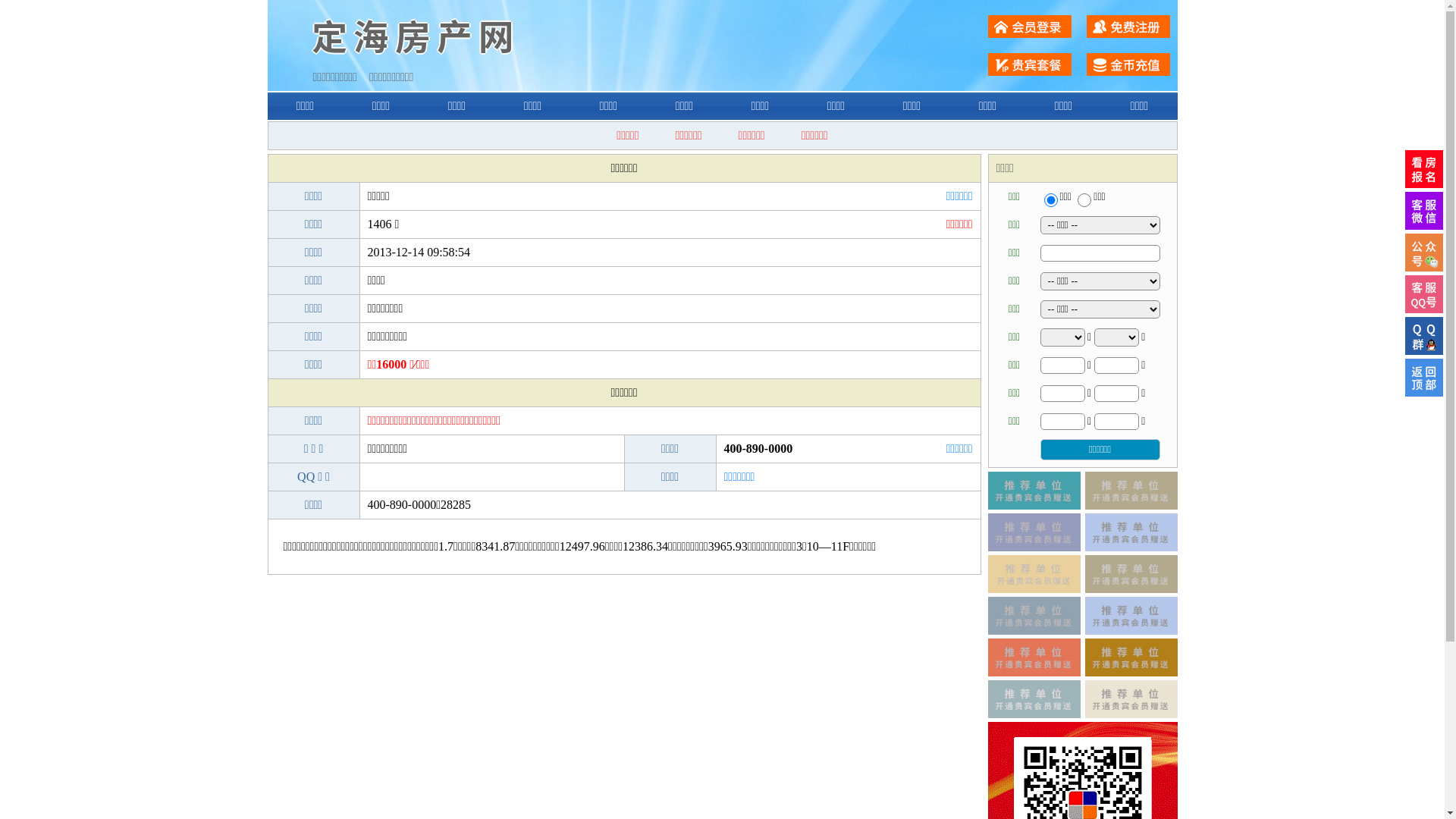 The image size is (1456, 819). What do you see at coordinates (1076, 199) in the screenshot?
I see `'chuzu'` at bounding box center [1076, 199].